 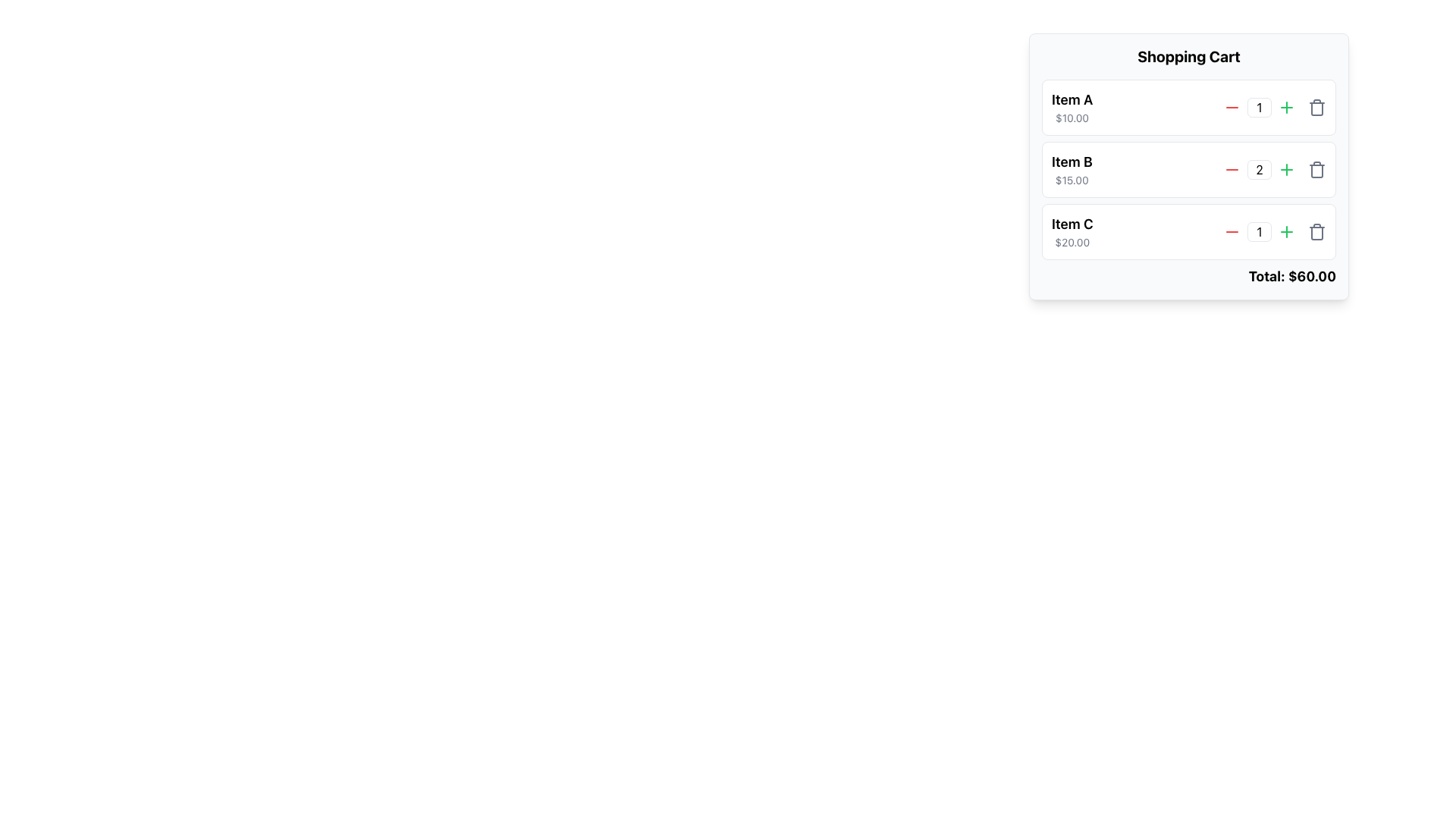 What do you see at coordinates (1072, 99) in the screenshot?
I see `the text element displaying the name of the item 'Item A' in the shopping cart, located above the price '$10.00'` at bounding box center [1072, 99].